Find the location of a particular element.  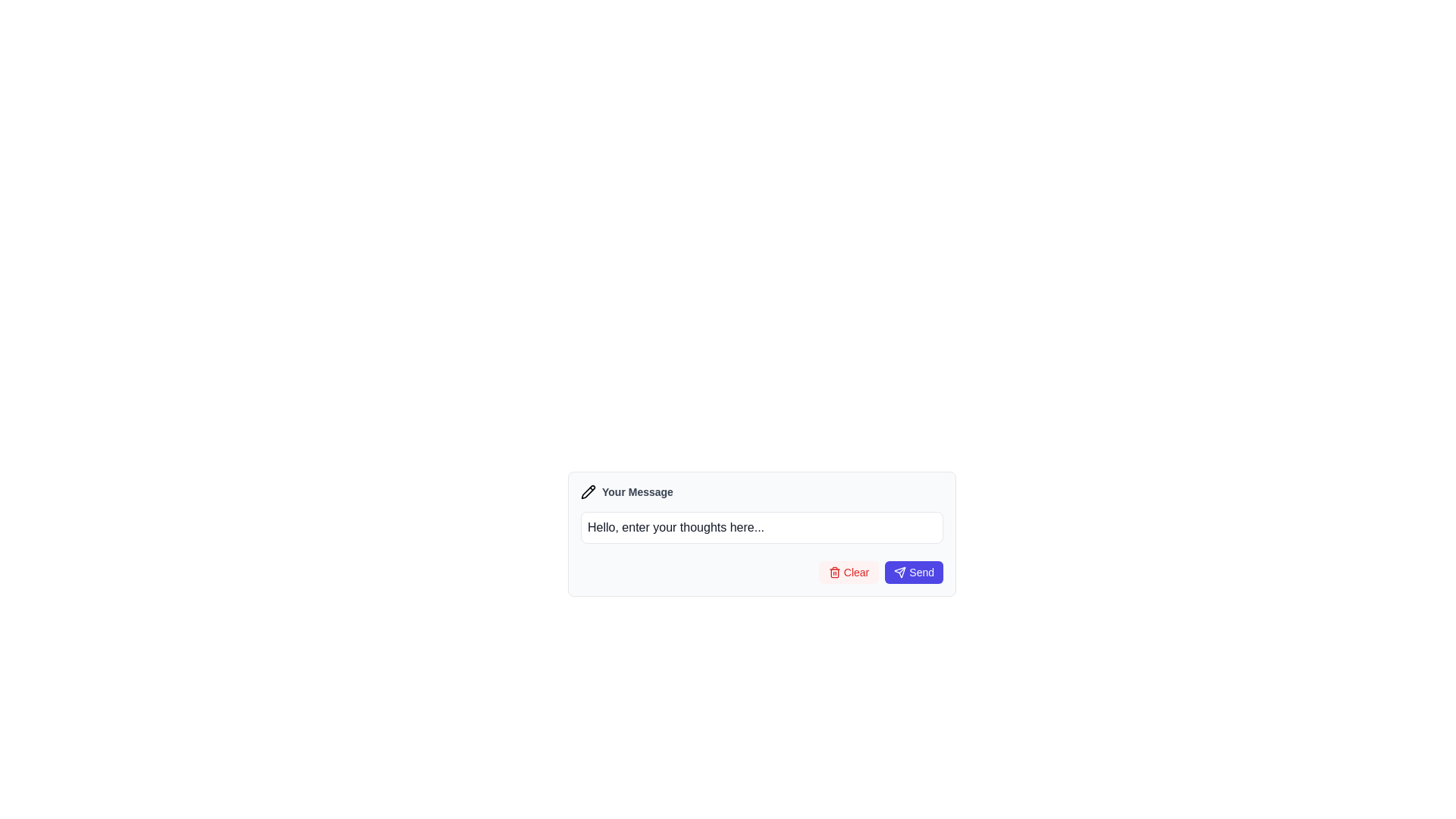

the clear/reset button located at the bottom of the component, positioned to the left of the 'Send' button with a purple background is located at coordinates (848, 573).